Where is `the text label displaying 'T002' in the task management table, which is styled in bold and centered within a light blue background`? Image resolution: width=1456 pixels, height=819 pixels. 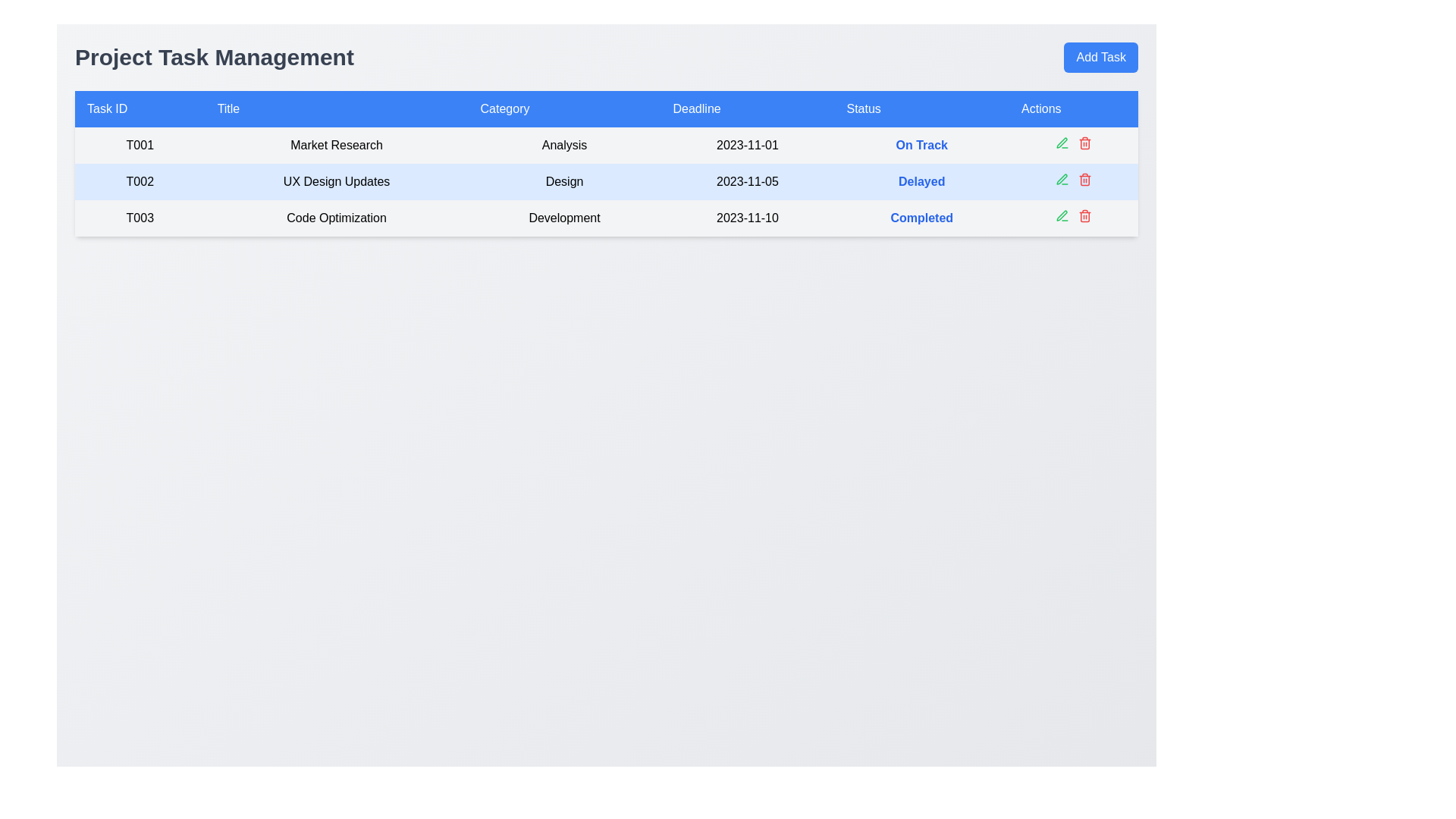 the text label displaying 'T002' in the task management table, which is styled in bold and centered within a light blue background is located at coordinates (140, 180).